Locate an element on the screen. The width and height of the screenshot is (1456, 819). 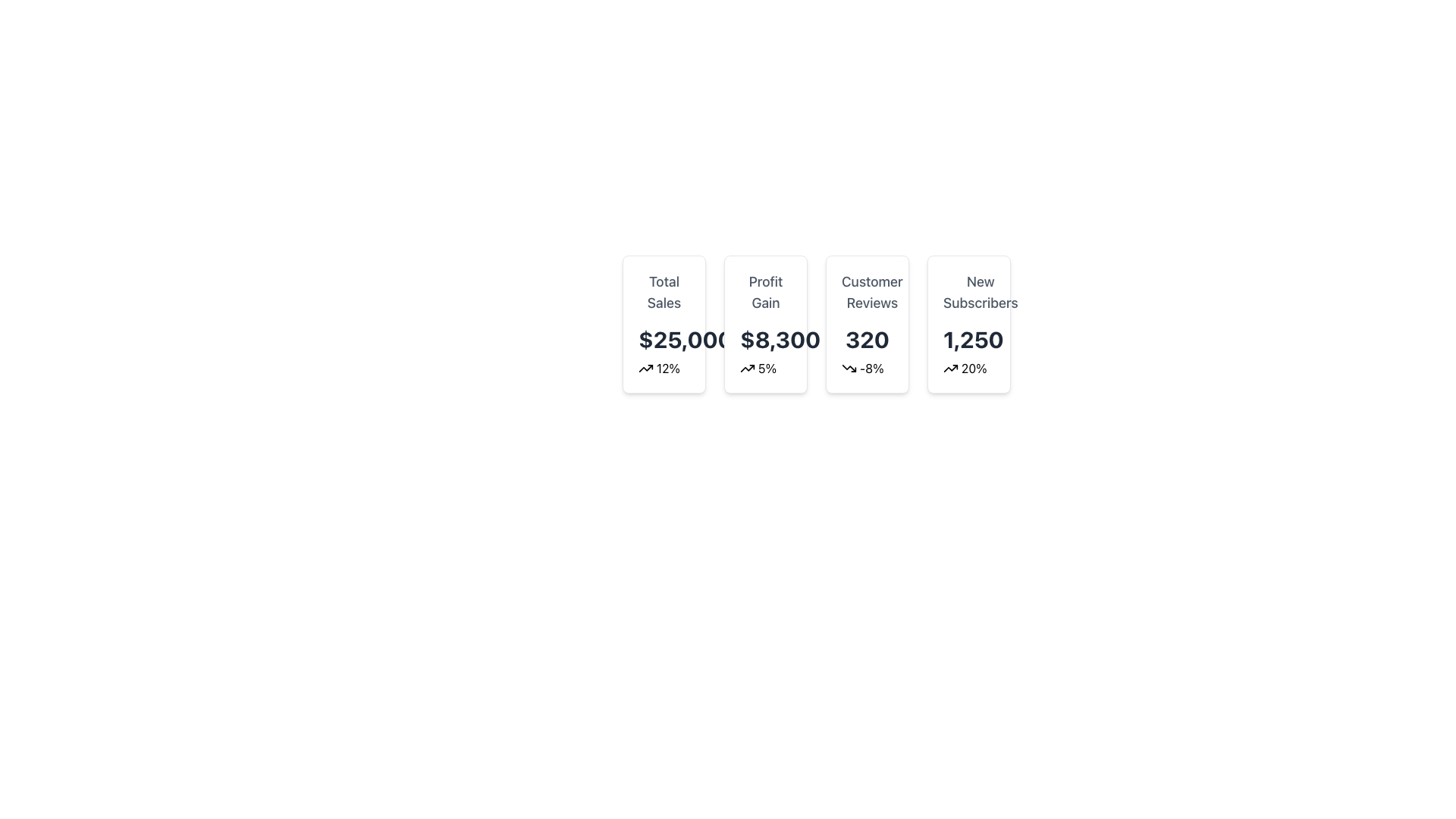
displayed information from the text label showing '20%' in bold green font, located at the bottom edge of the 'New Subscribers' card is located at coordinates (968, 369).